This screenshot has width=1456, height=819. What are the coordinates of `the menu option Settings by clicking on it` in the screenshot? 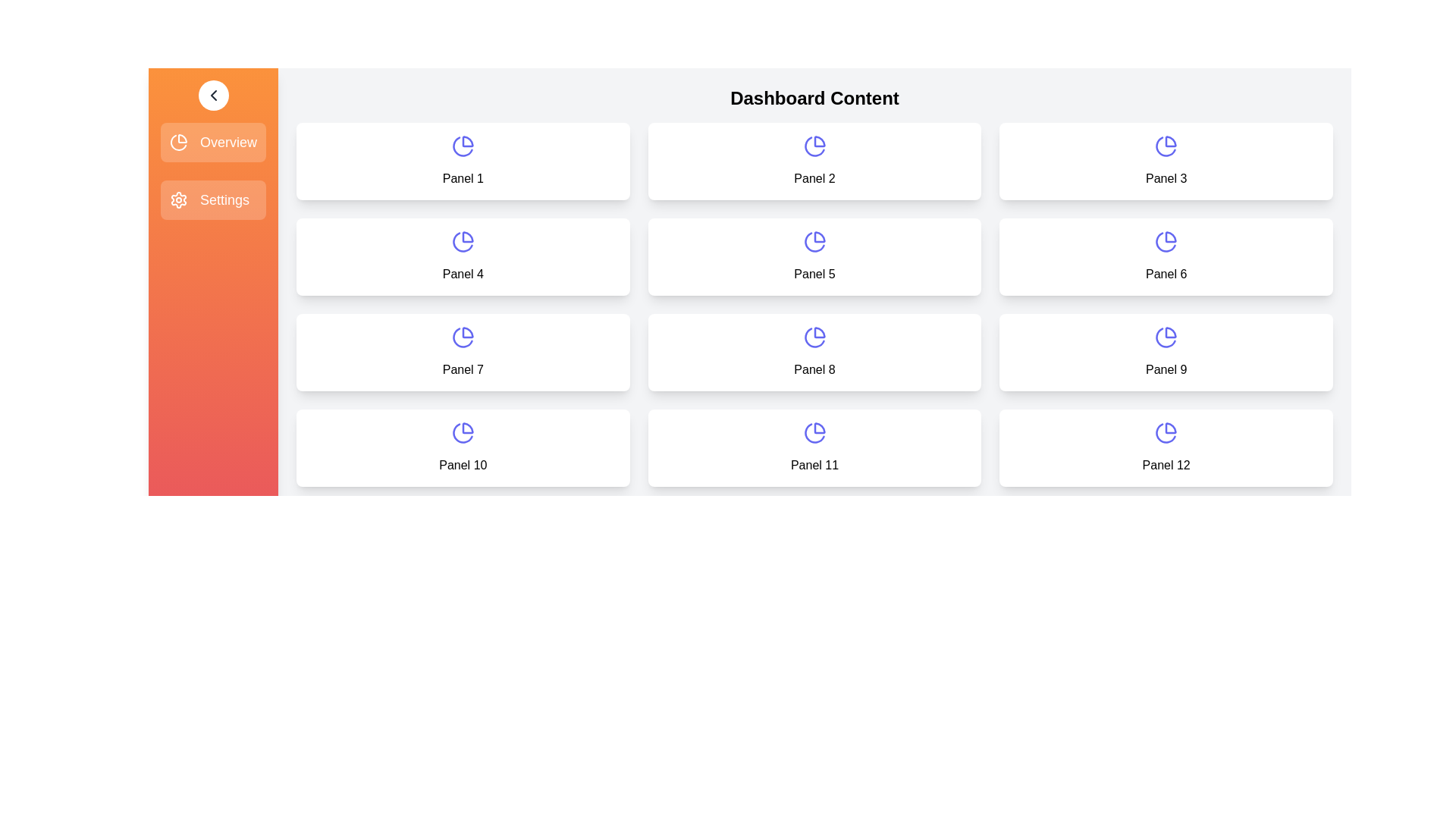 It's located at (212, 199).